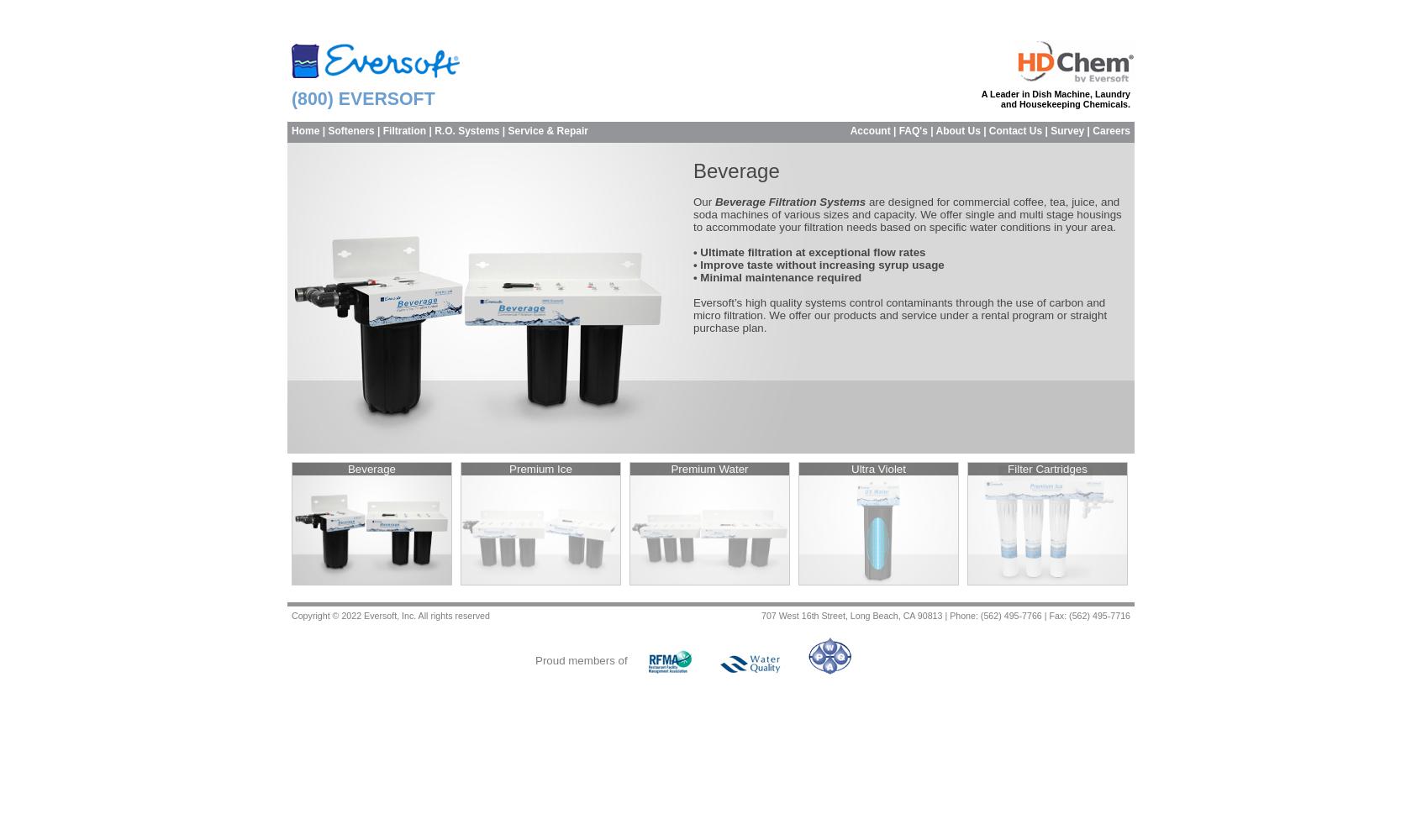  I want to click on 'Contact Us', so click(987, 131).